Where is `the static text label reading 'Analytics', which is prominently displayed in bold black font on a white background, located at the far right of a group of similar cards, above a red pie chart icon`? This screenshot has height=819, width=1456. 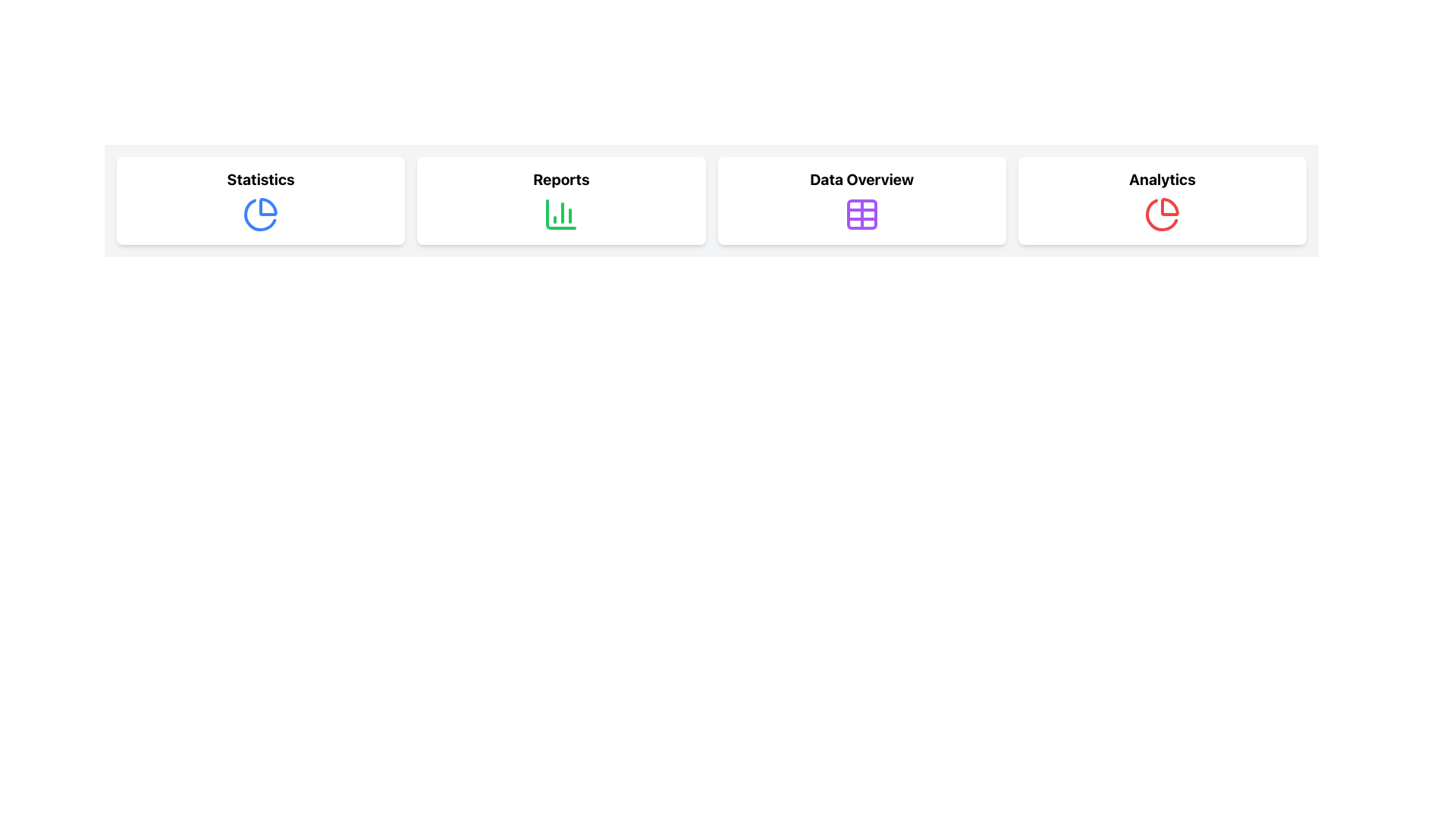 the static text label reading 'Analytics', which is prominently displayed in bold black font on a white background, located at the far right of a group of similar cards, above a red pie chart icon is located at coordinates (1161, 178).